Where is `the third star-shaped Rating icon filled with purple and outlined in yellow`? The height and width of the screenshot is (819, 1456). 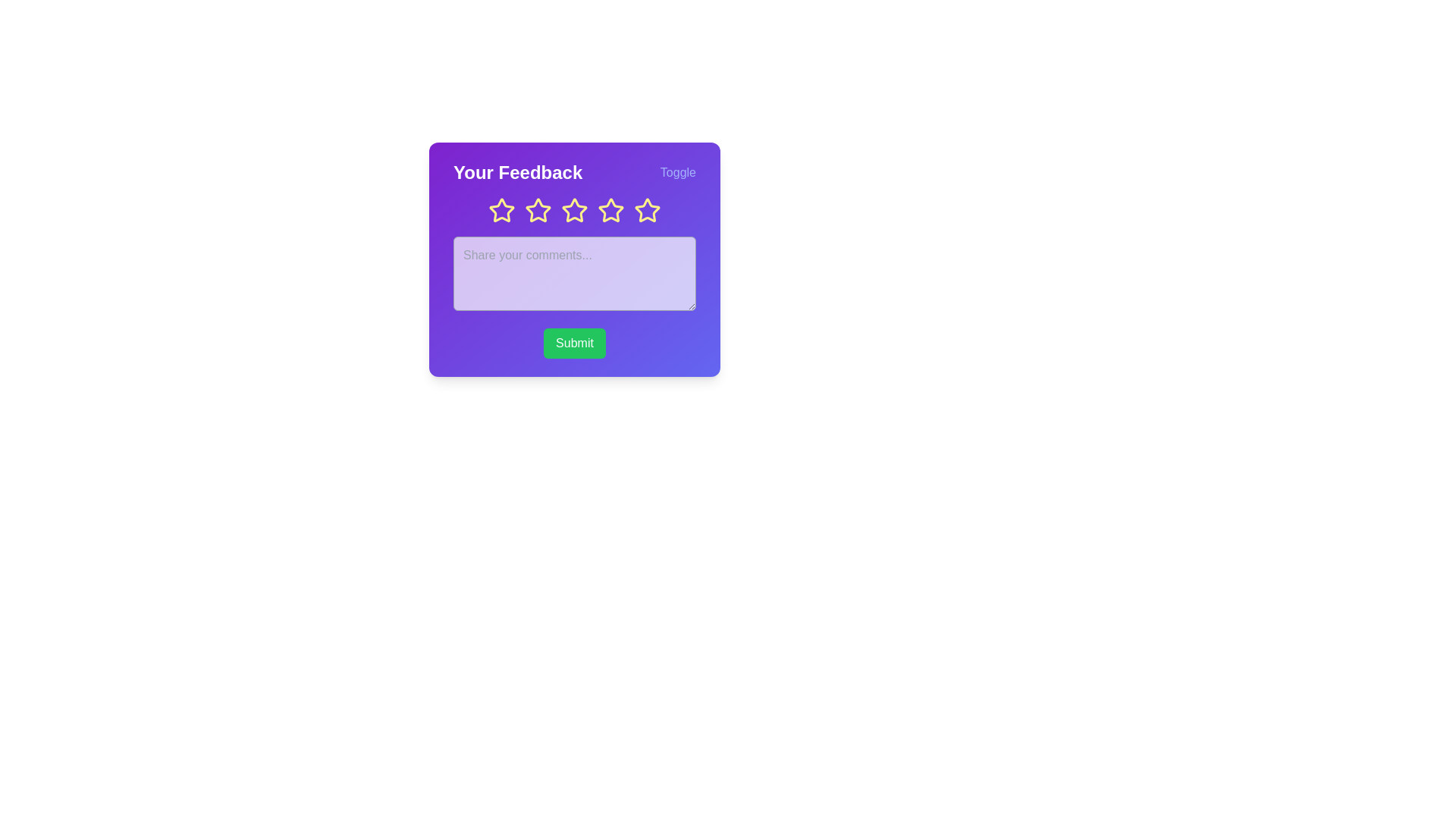
the third star-shaped Rating icon filled with purple and outlined in yellow is located at coordinates (538, 210).